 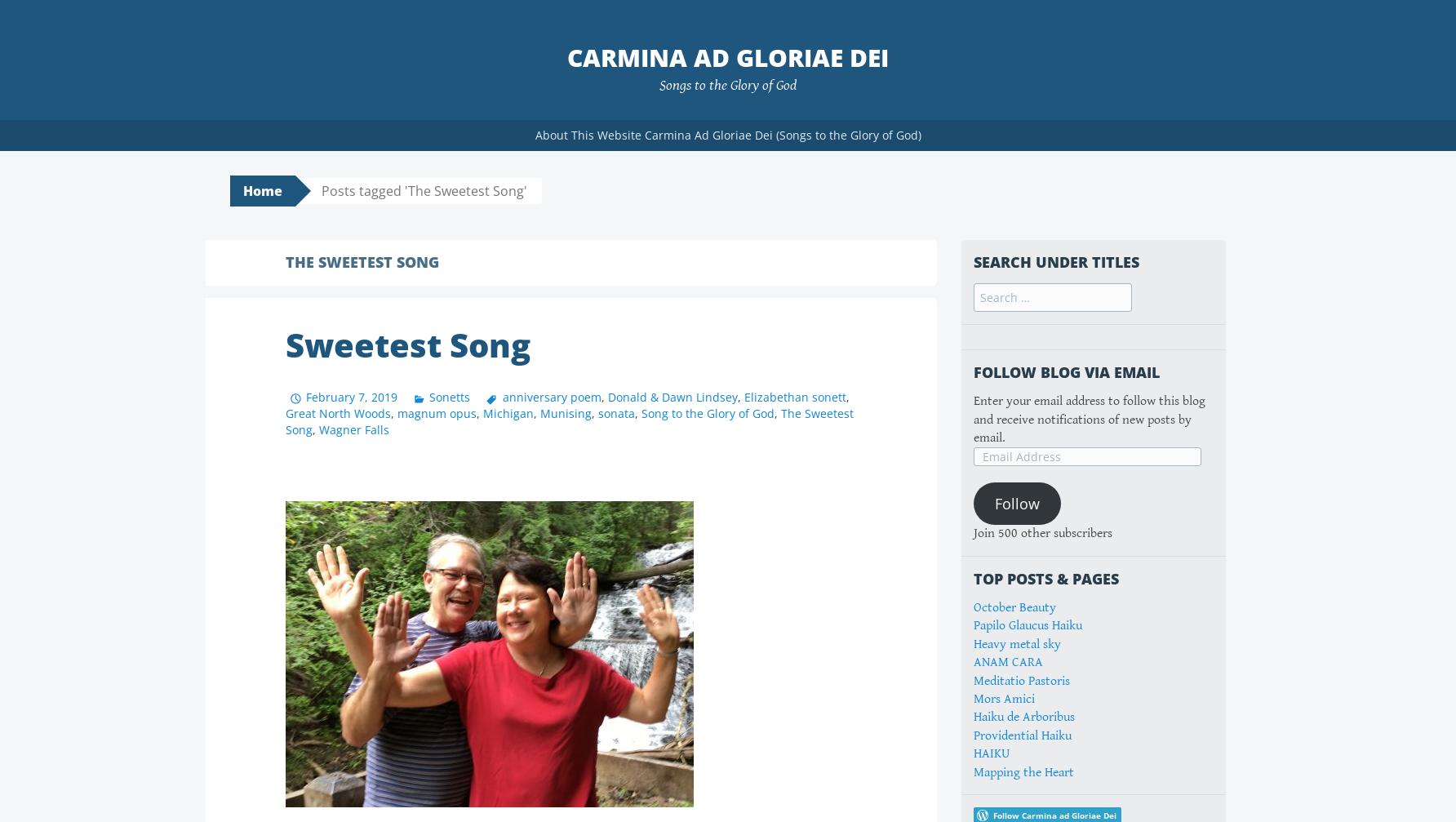 I want to click on 'October Beauty', so click(x=1014, y=606).